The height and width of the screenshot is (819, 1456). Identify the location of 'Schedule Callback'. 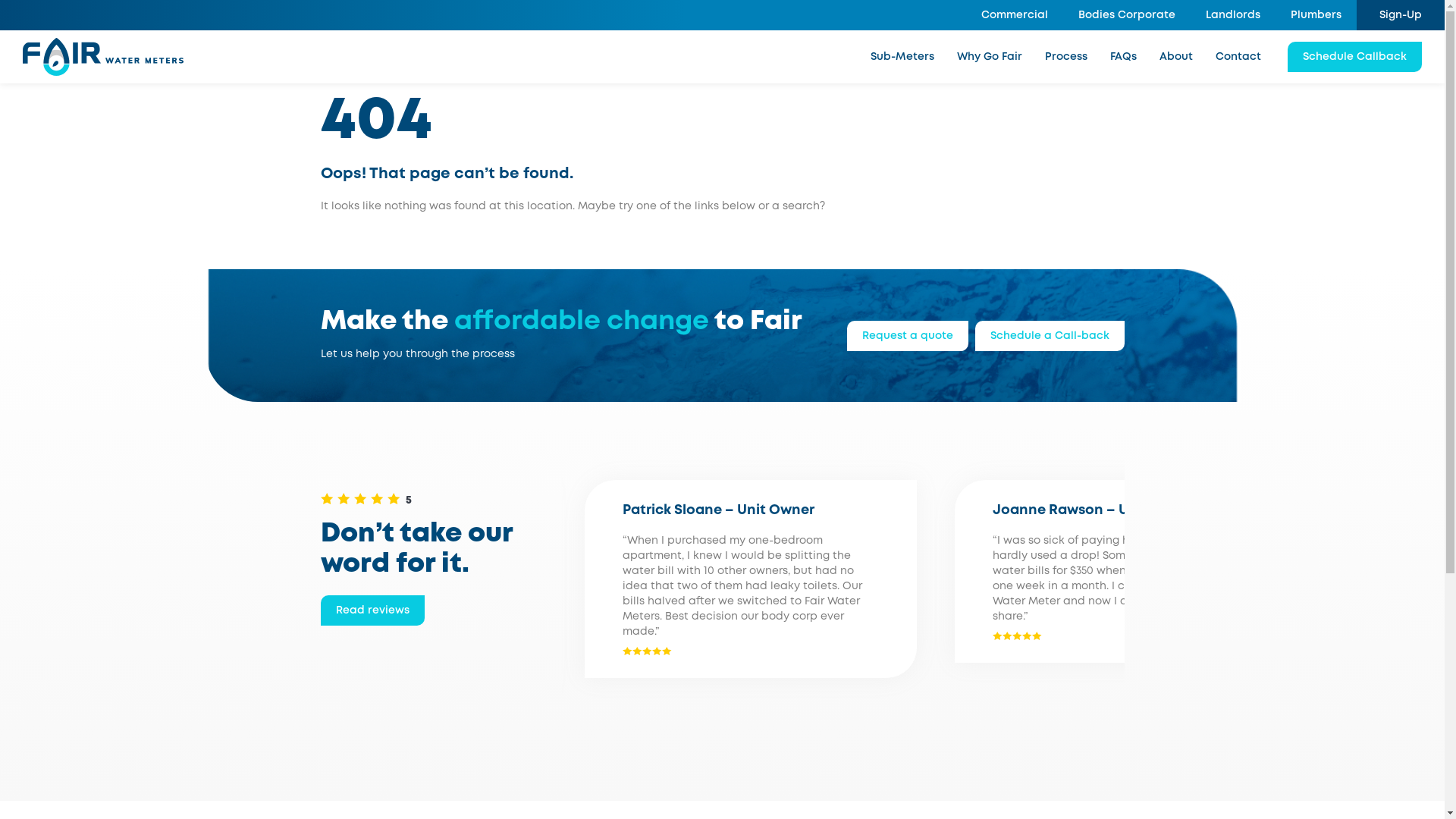
(1354, 55).